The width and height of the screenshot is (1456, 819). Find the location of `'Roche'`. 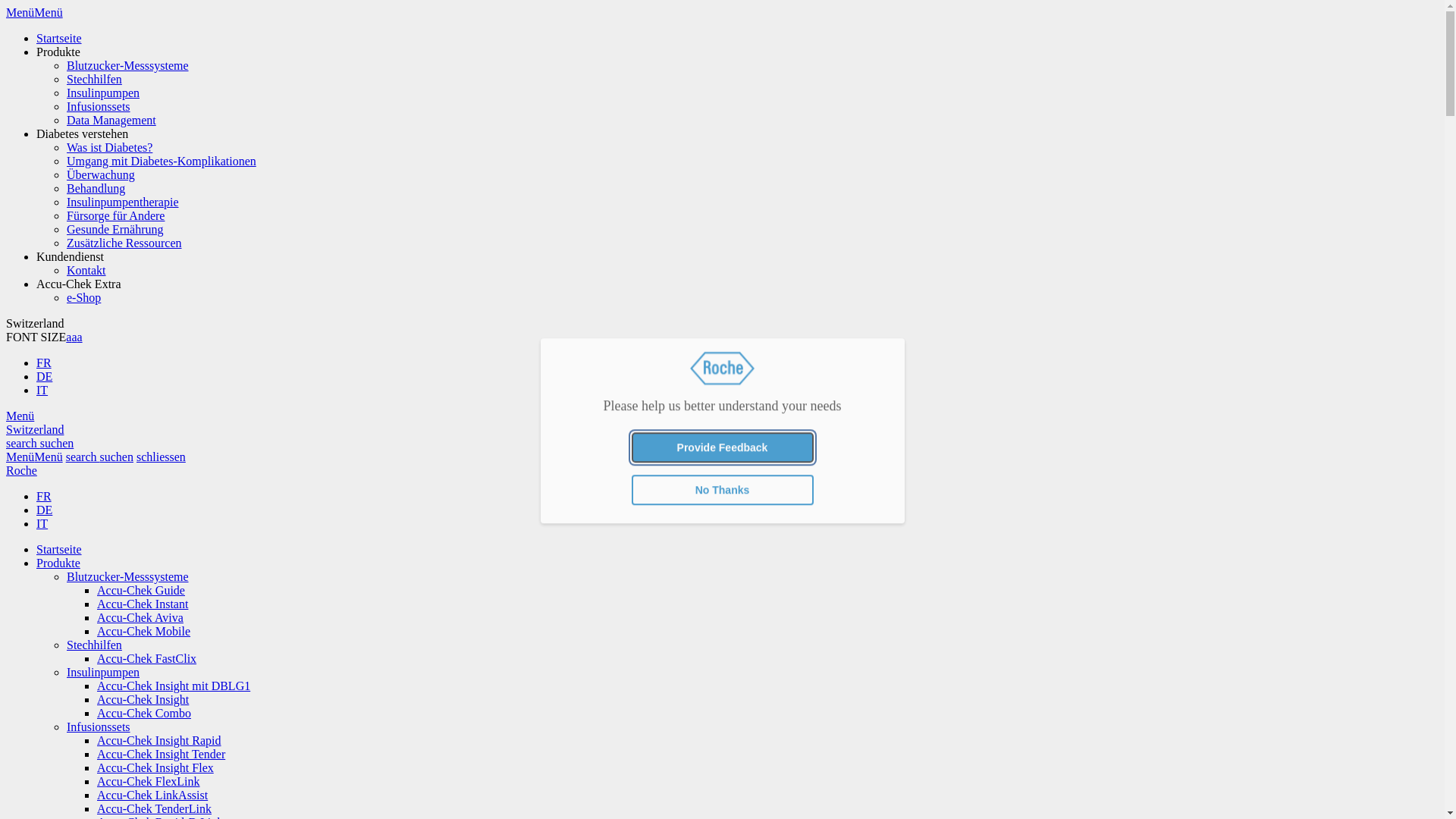

'Roche' is located at coordinates (21, 469).